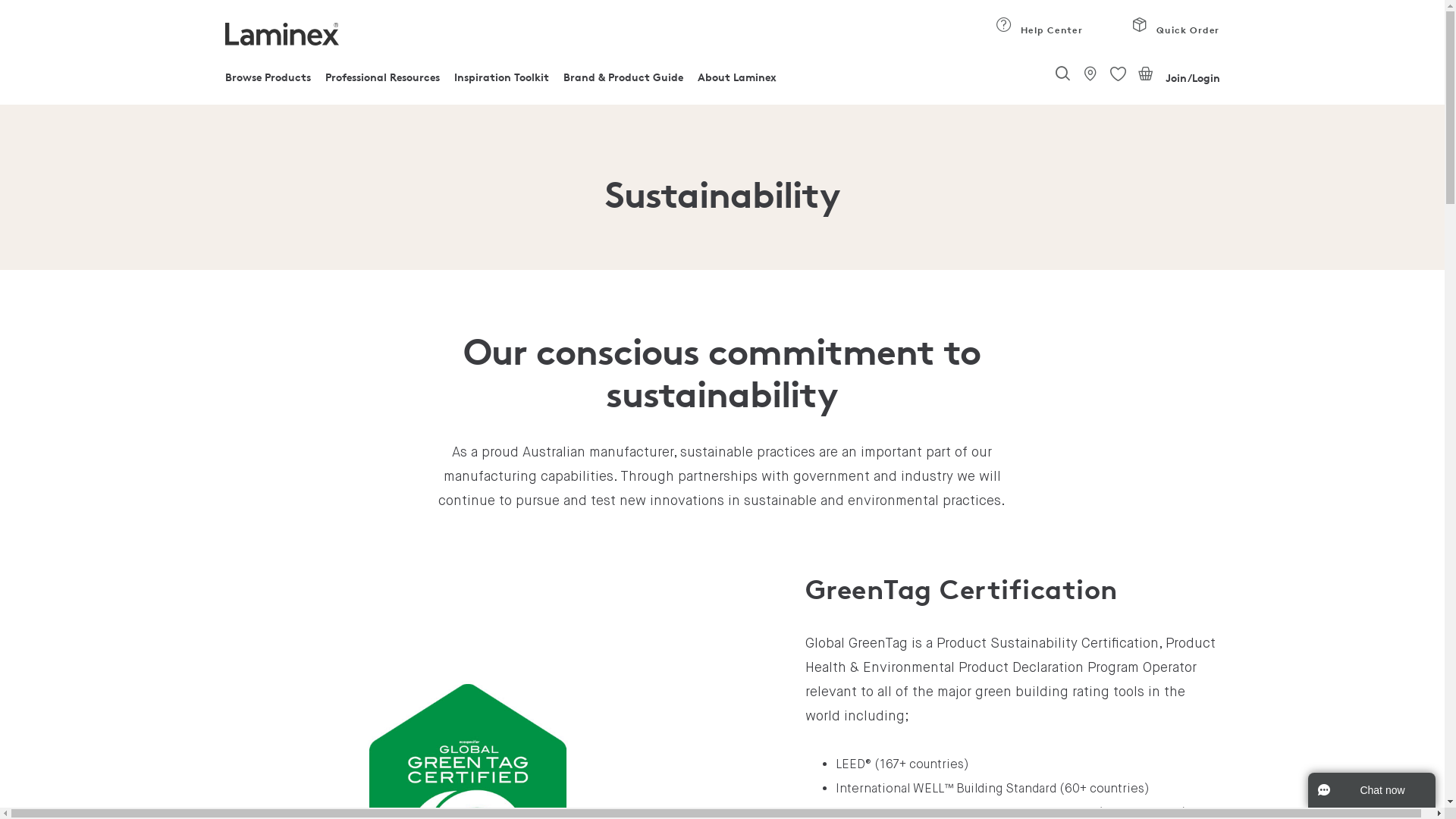  What do you see at coordinates (1080, 73) in the screenshot?
I see `'See & Buy'` at bounding box center [1080, 73].